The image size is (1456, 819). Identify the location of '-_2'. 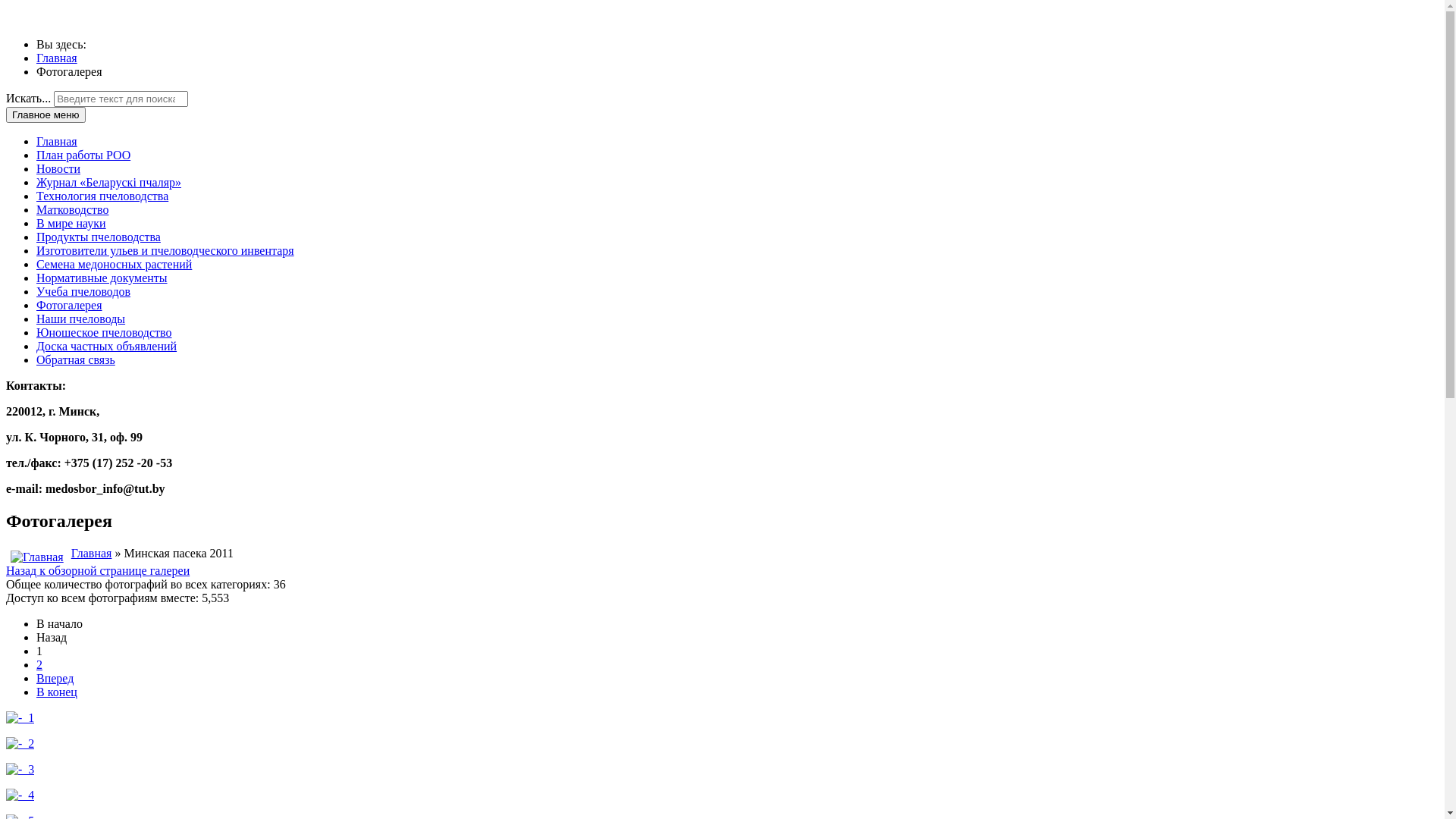
(20, 742).